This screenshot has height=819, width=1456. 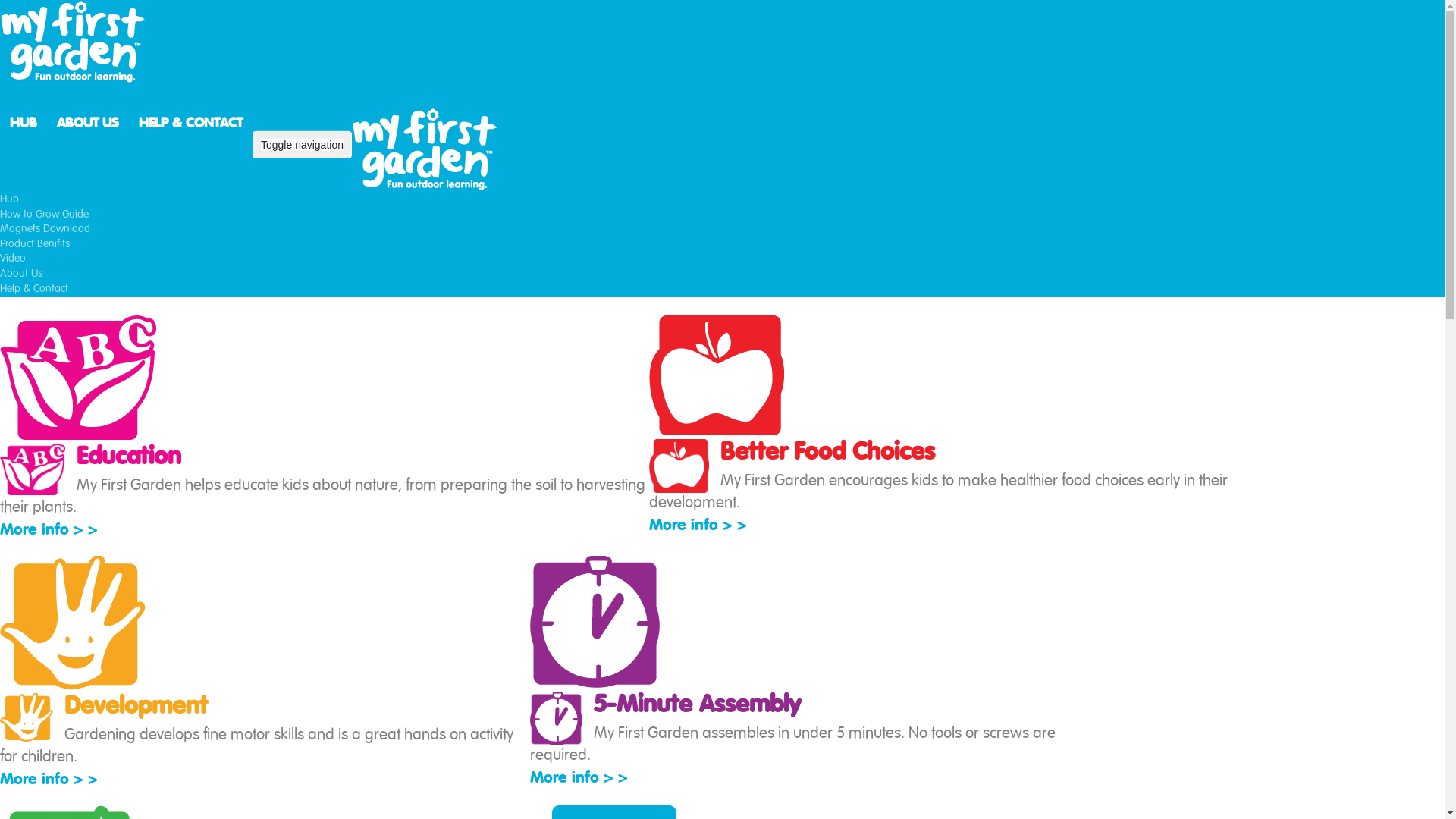 What do you see at coordinates (0, 214) in the screenshot?
I see `'How to Grow Guide'` at bounding box center [0, 214].